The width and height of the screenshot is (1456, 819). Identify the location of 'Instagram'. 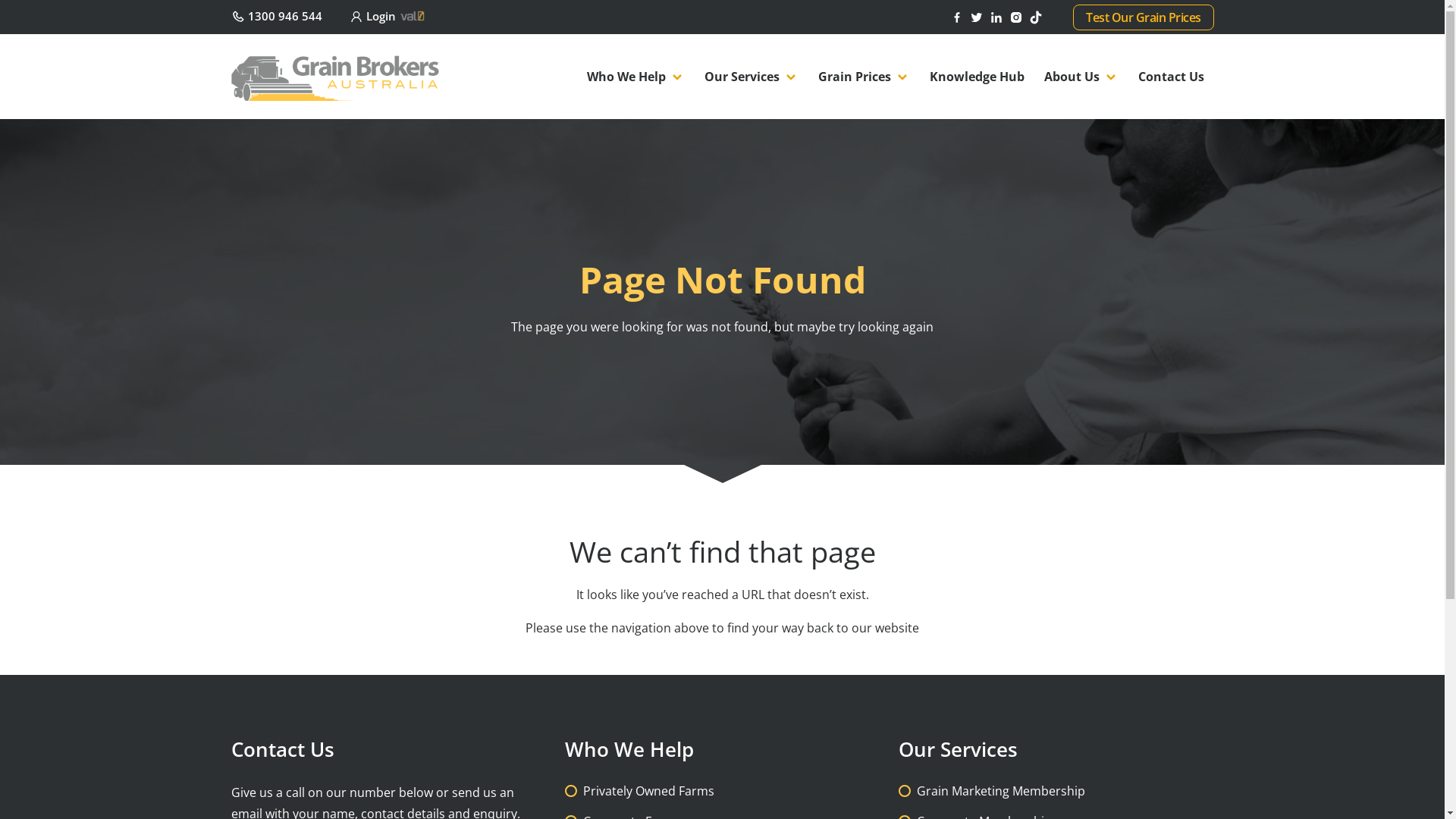
(1018, 15).